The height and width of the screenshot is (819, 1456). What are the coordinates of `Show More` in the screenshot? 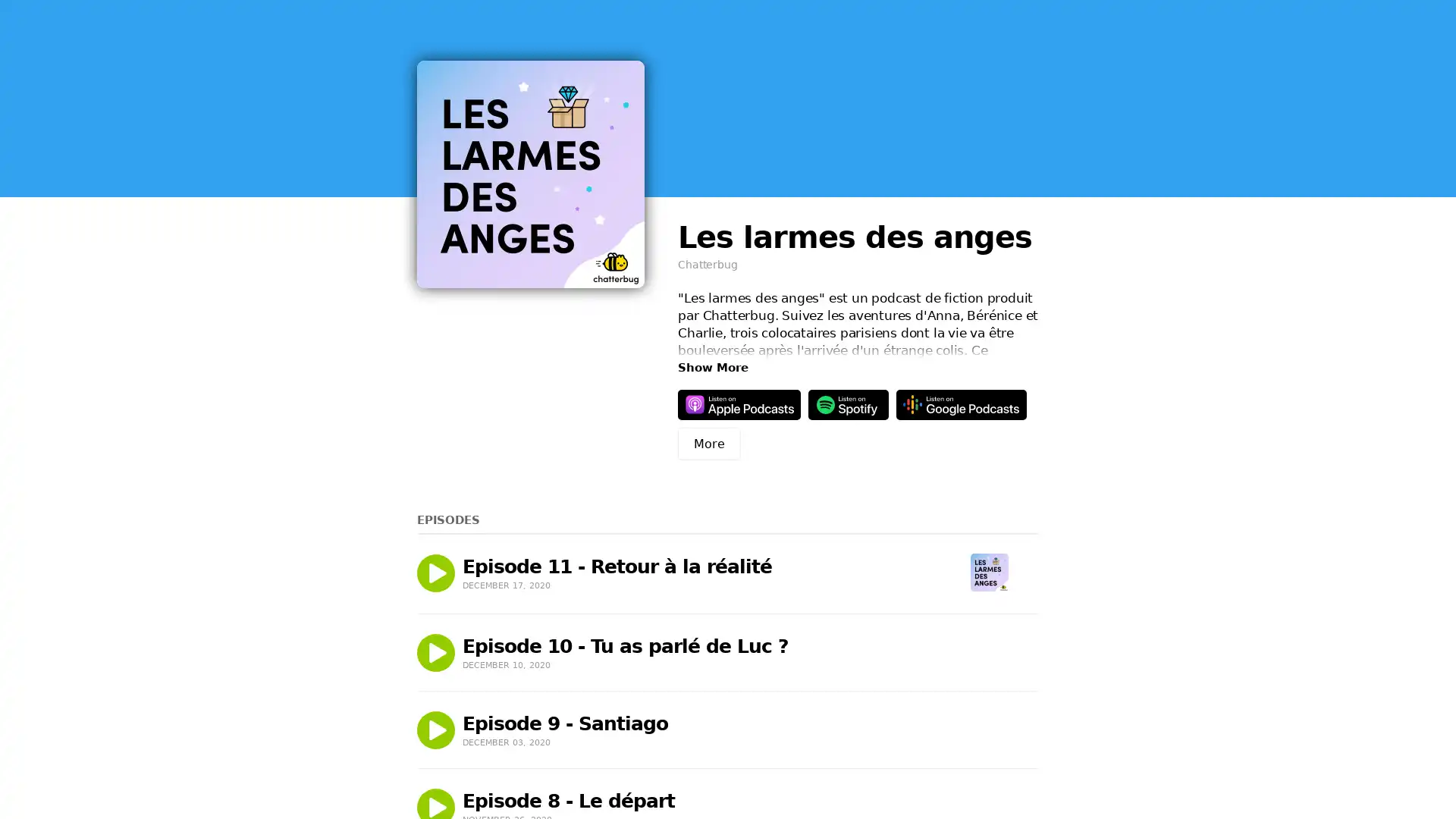 It's located at (712, 368).